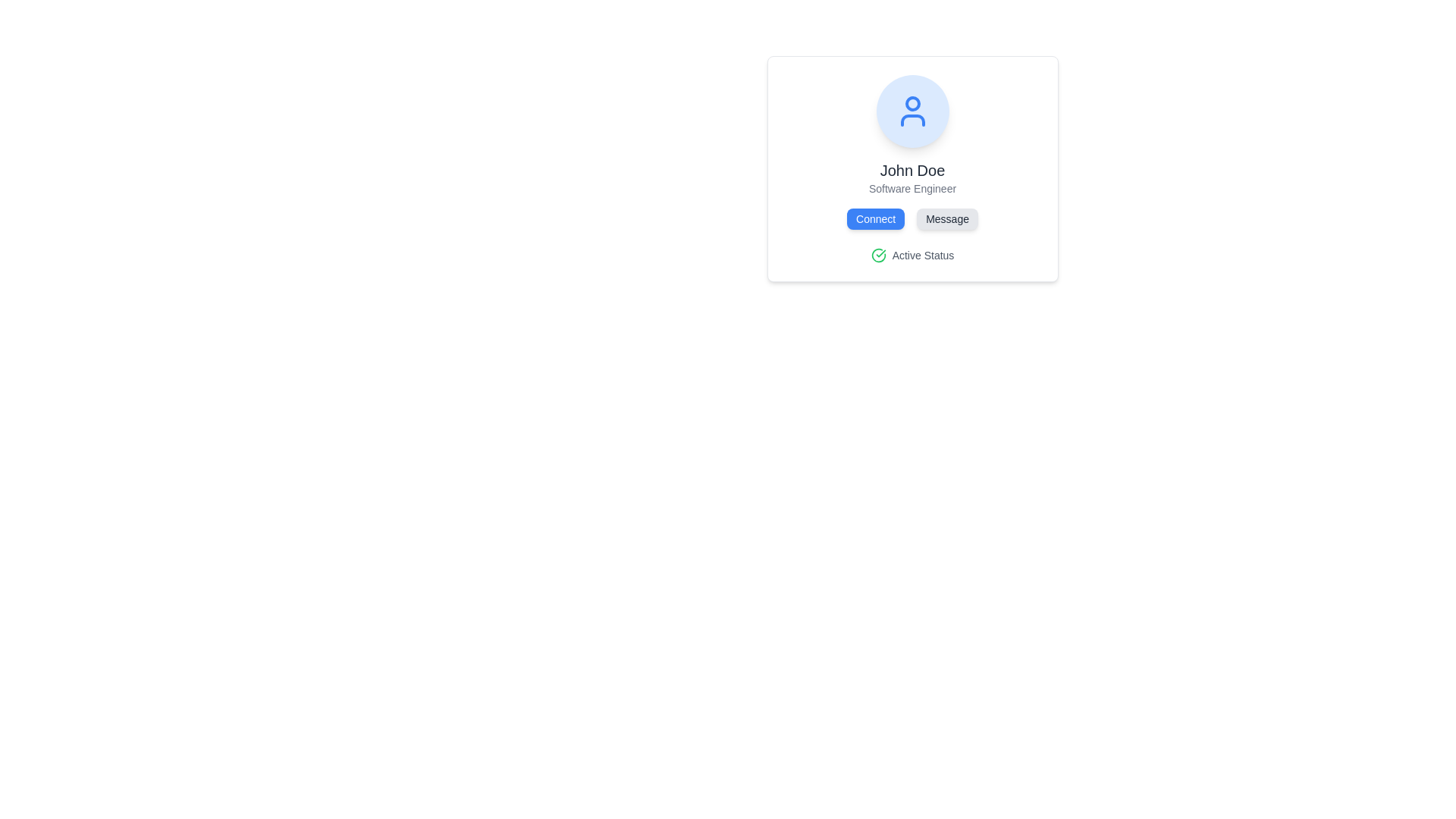 This screenshot has width=1456, height=819. I want to click on the 'Connect' button located directly under the user's name 'John Doe' to initiate a connection action, so click(876, 219).